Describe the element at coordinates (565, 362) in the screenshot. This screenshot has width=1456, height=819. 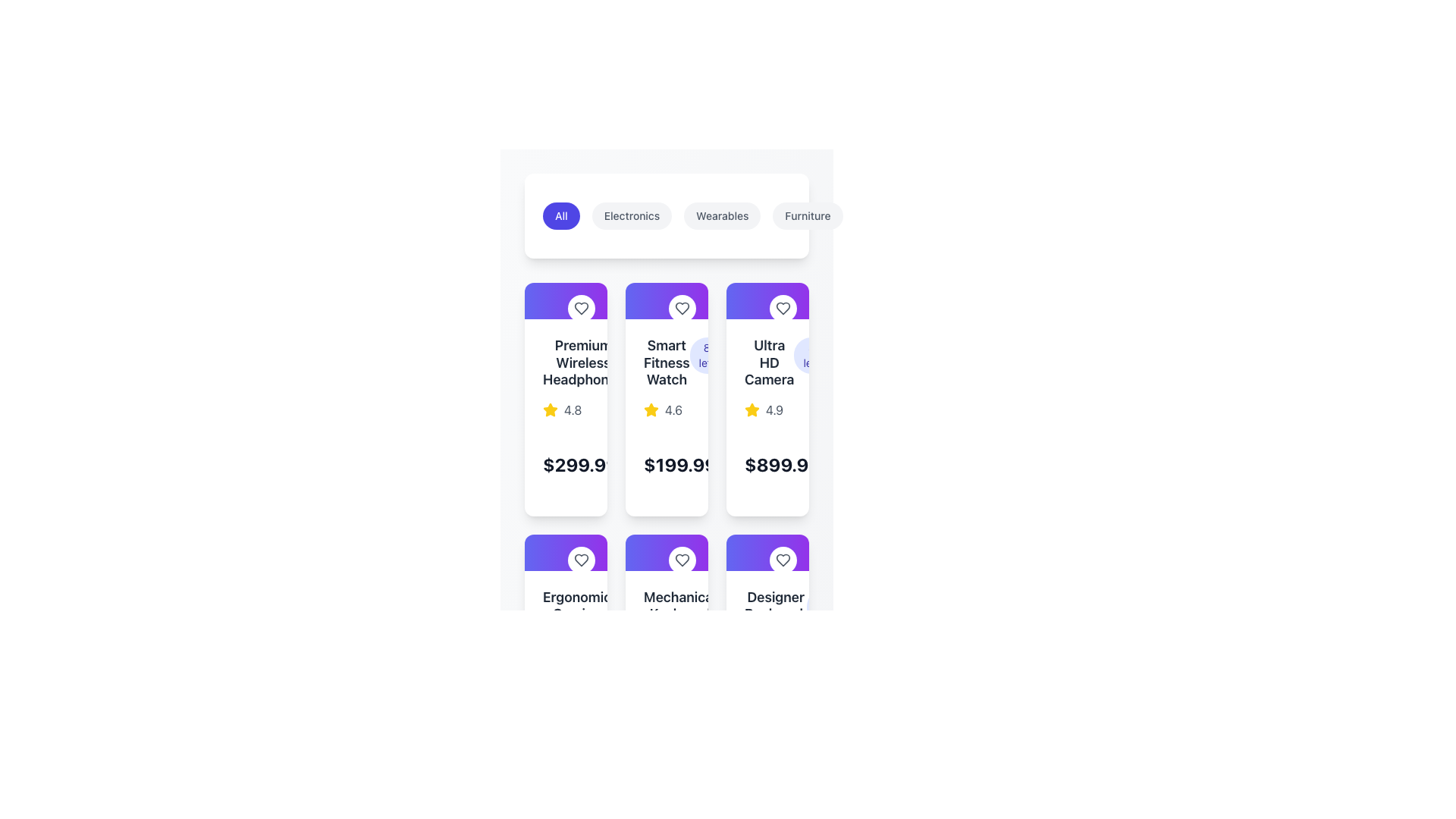
I see `on the product name text element located at the top of the leftmost product card, which indicates the product name and its availability in stock` at that location.